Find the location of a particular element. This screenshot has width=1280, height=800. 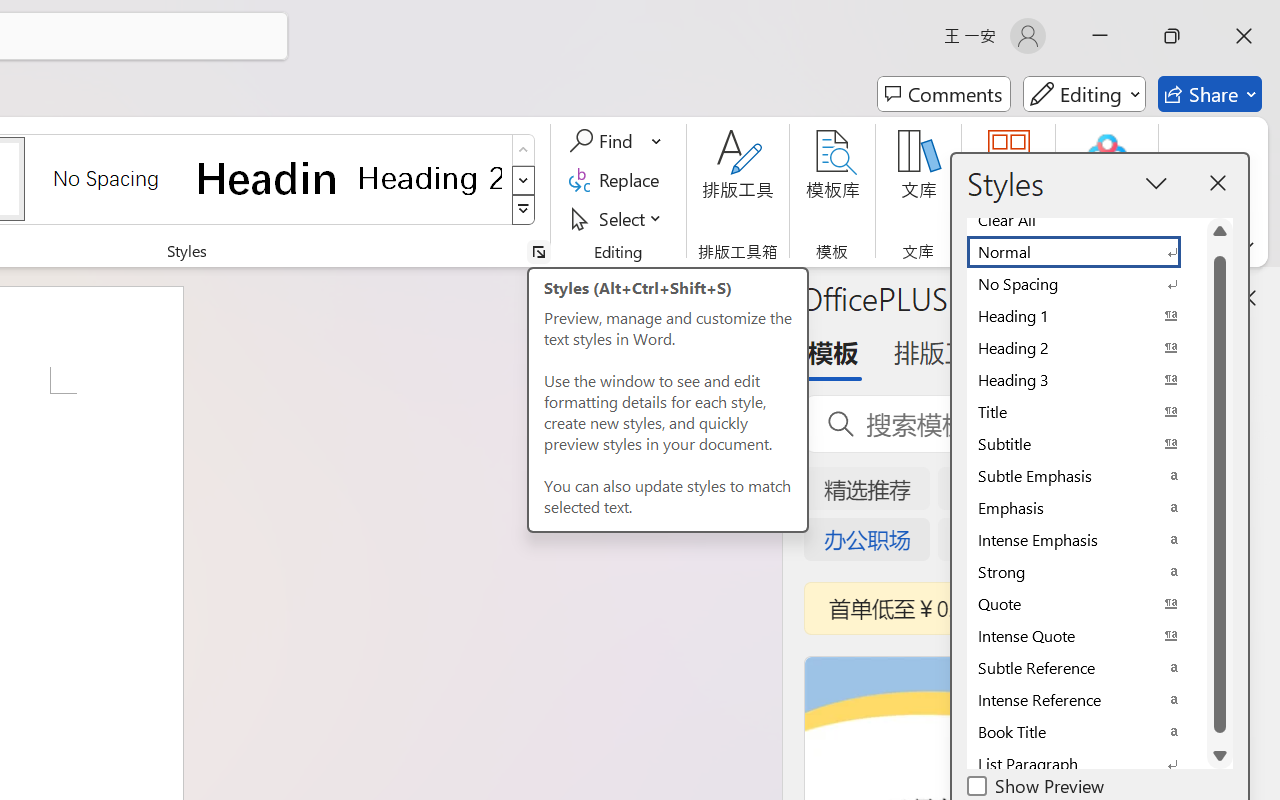

'Find' is located at coordinates (615, 141).